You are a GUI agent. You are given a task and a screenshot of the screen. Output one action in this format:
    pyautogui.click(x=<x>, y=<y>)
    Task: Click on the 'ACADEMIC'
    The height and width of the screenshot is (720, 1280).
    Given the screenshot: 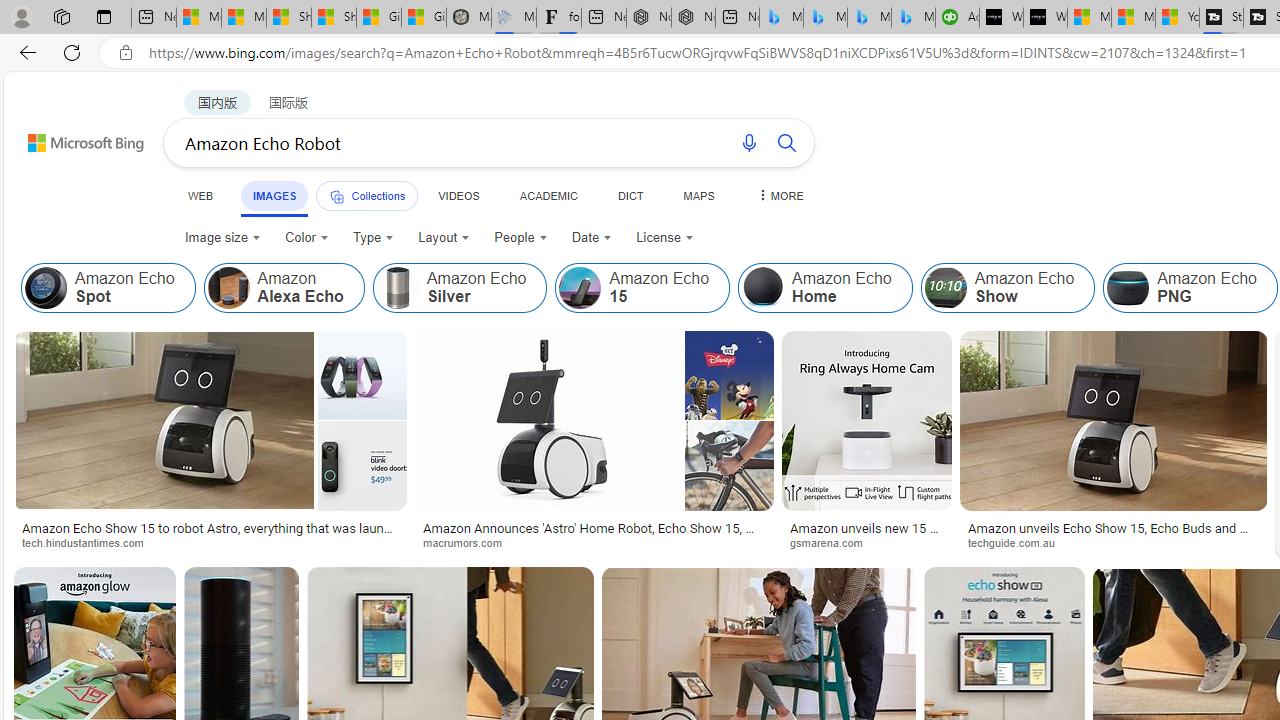 What is the action you would take?
    pyautogui.click(x=548, y=195)
    